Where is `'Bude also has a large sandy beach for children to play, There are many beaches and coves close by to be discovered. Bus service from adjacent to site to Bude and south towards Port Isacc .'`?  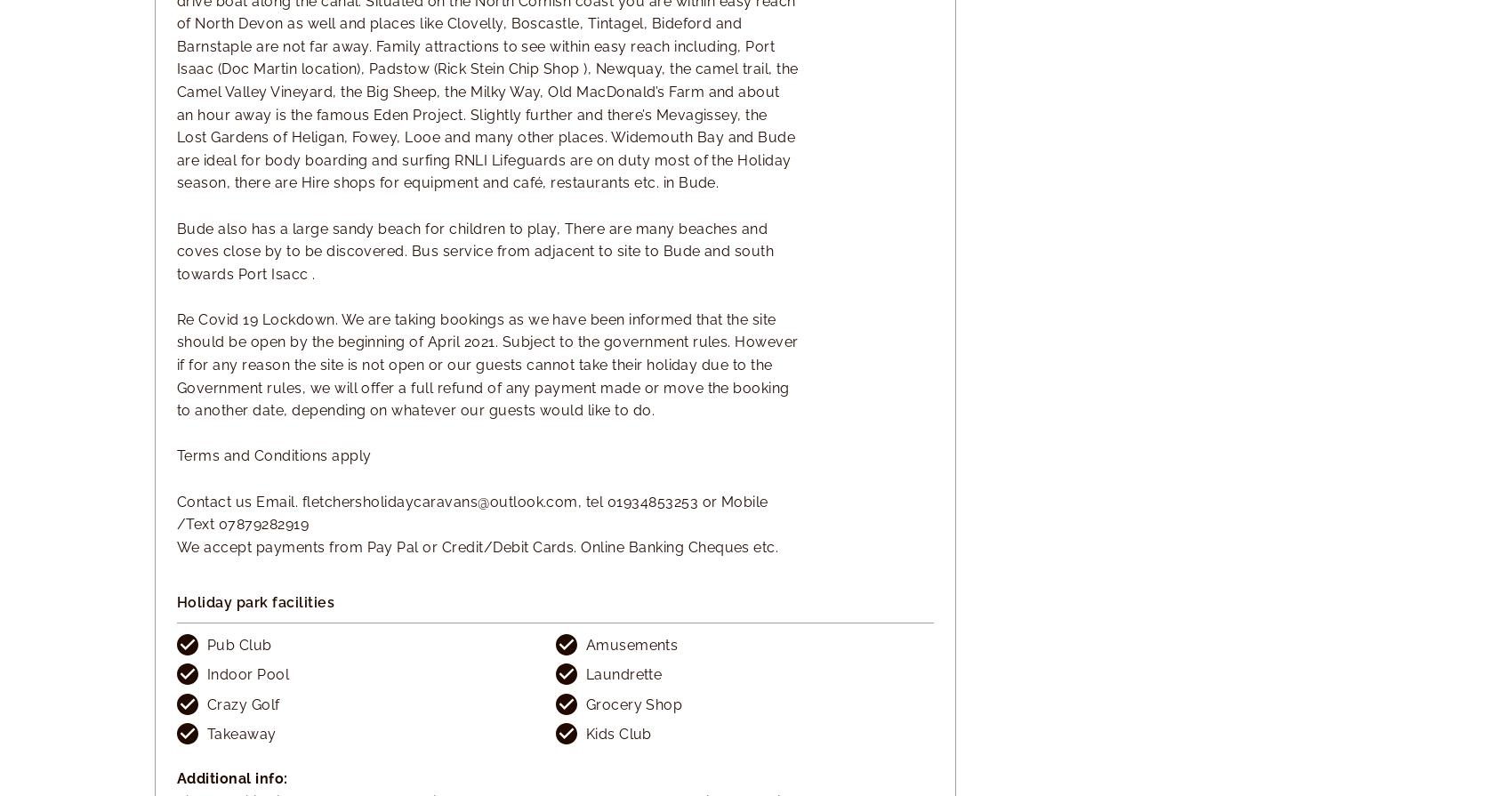 'Bude also has a large sandy beach for children to play, There are many beaches and coves close by to be discovered. Bus service from adjacent to site to Bude and south towards Port Isacc .' is located at coordinates (176, 251).